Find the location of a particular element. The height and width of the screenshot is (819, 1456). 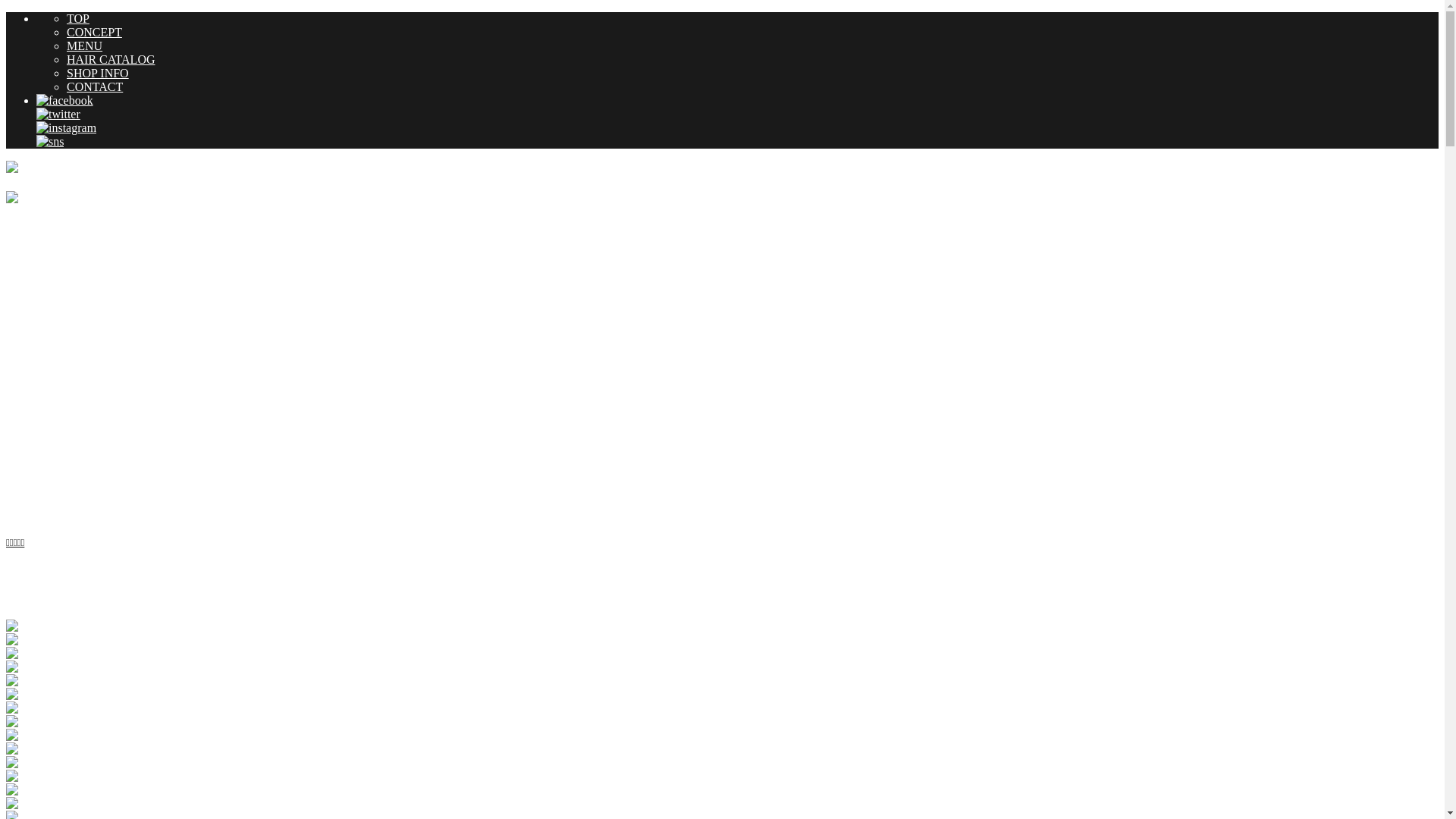

'twitter' is located at coordinates (58, 113).